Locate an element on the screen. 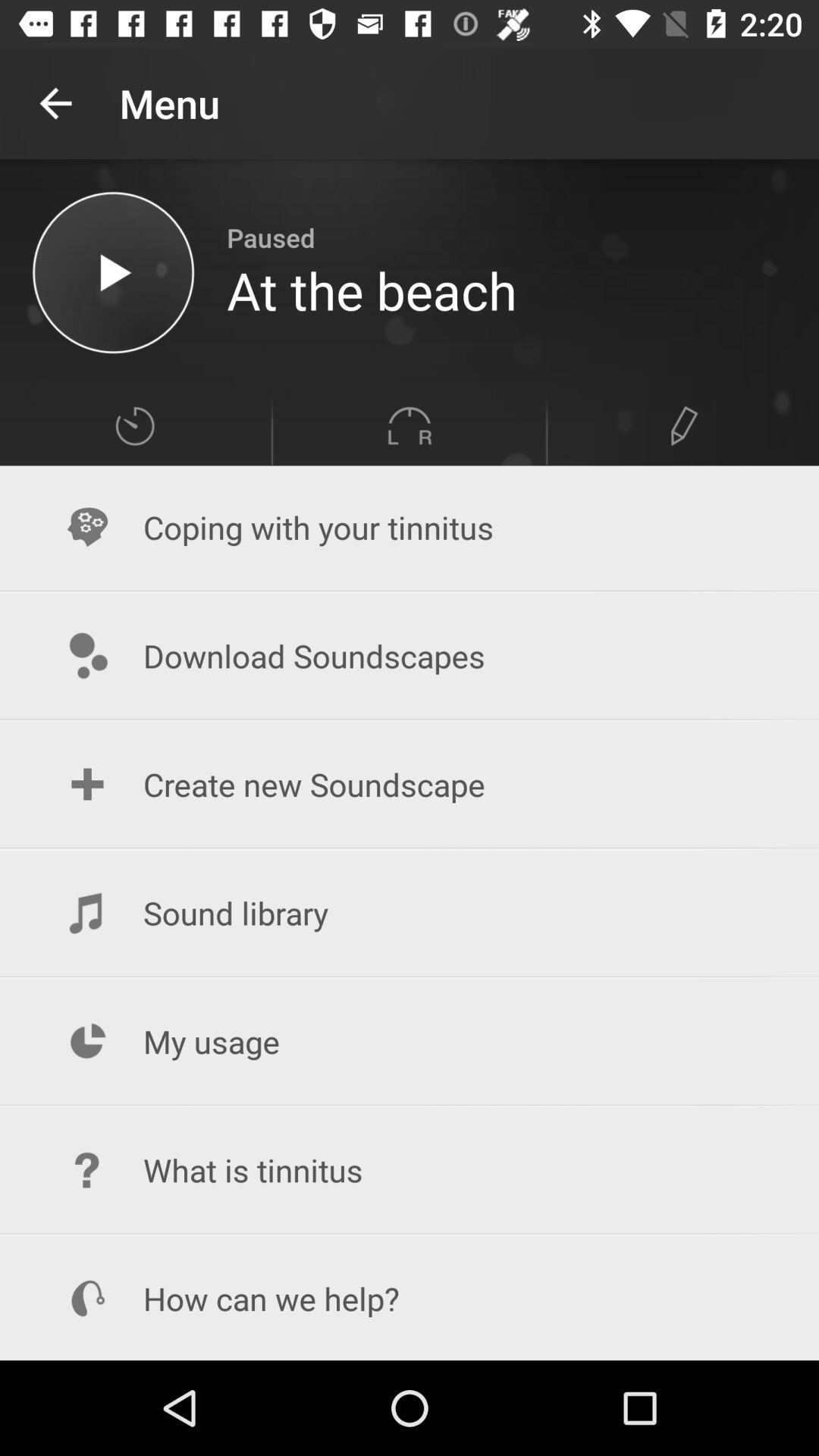 This screenshot has width=819, height=1456. write something is located at coordinates (684, 425).